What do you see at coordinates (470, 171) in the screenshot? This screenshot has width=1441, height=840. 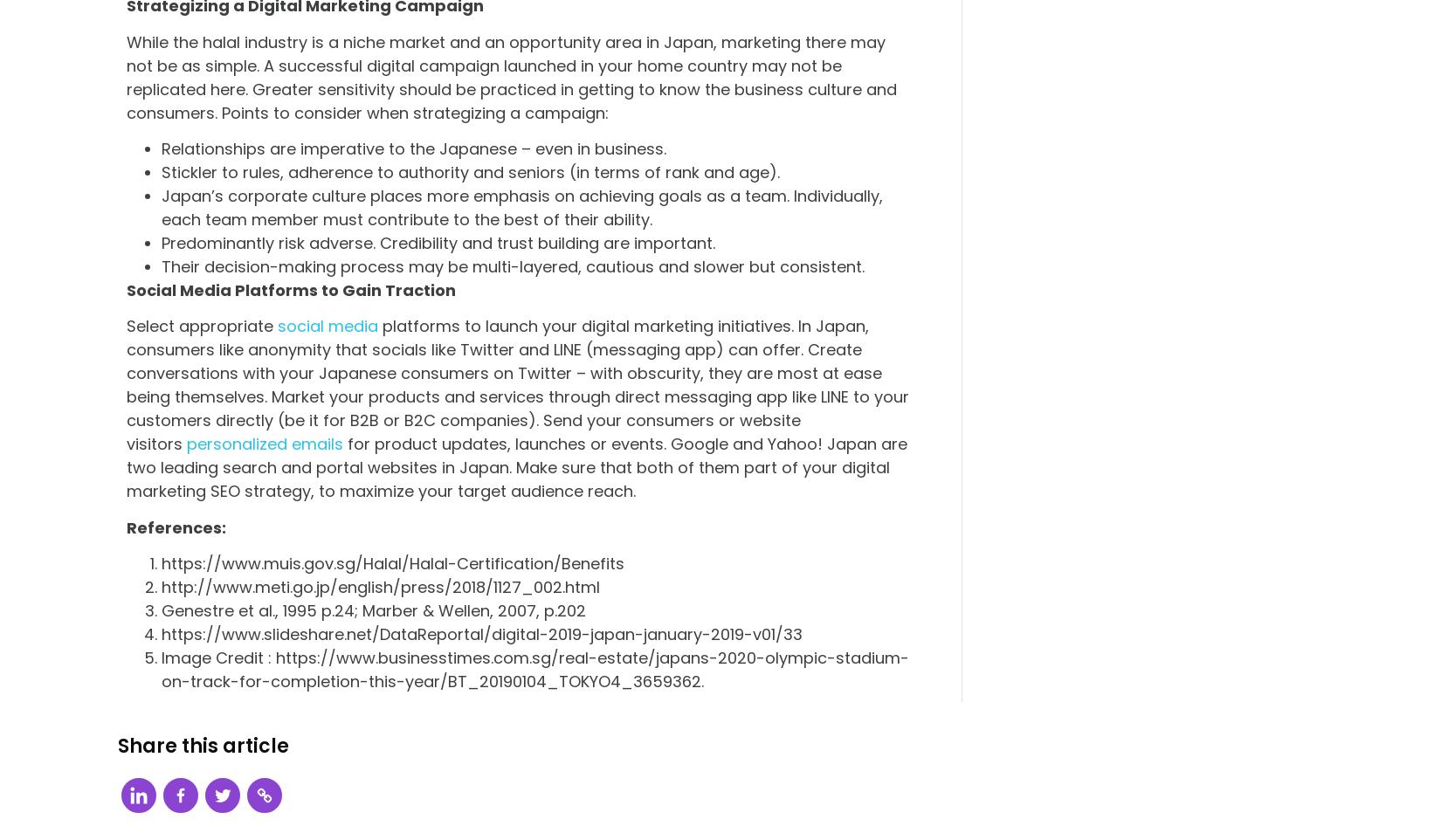 I see `'Stickler to rules, adherence to authority and seniors (in terms of rank and age).'` at bounding box center [470, 171].